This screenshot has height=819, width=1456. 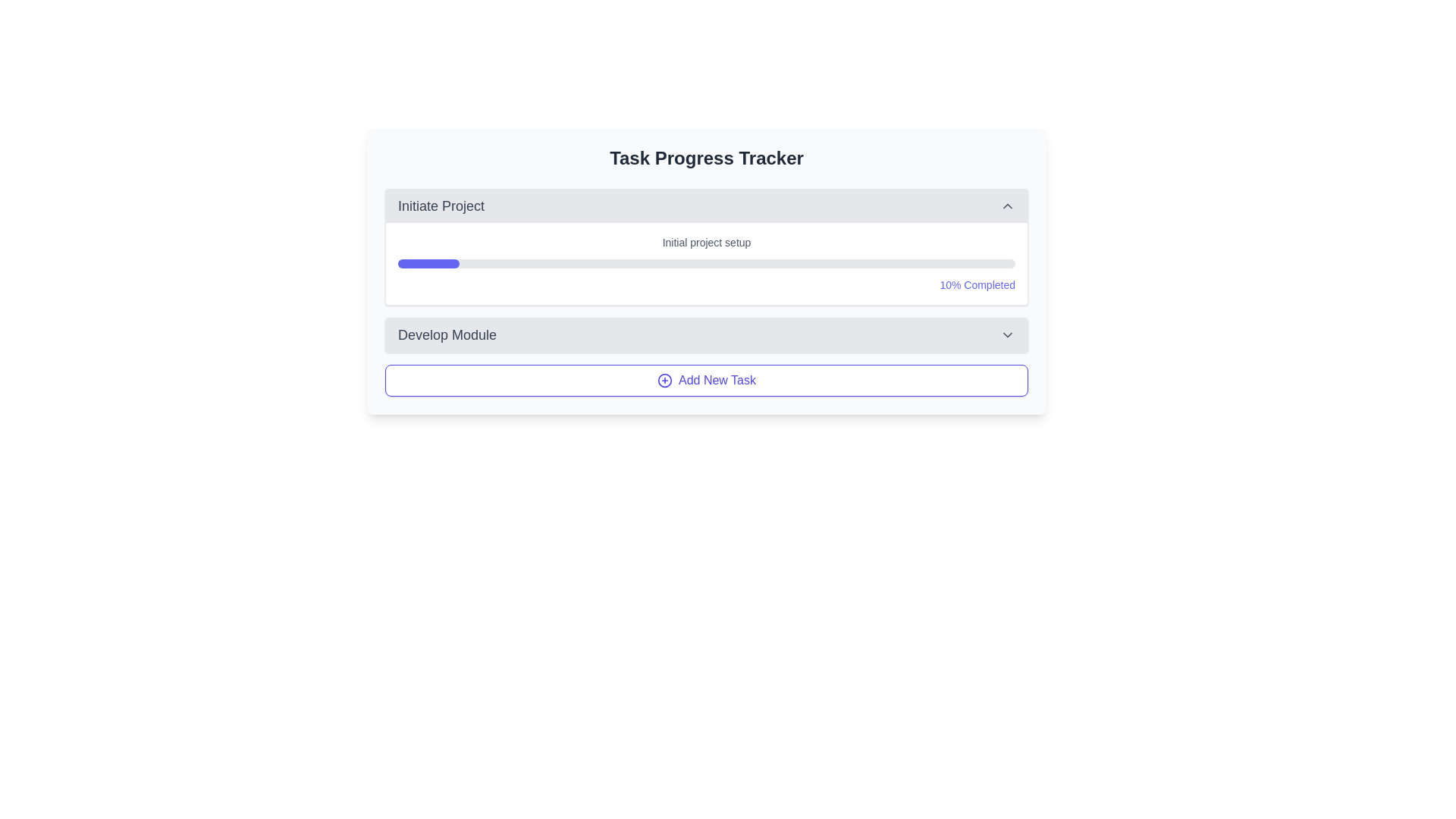 I want to click on the chevron icon located at the far right edge of the 'Develop Module' header section, so click(x=1008, y=334).